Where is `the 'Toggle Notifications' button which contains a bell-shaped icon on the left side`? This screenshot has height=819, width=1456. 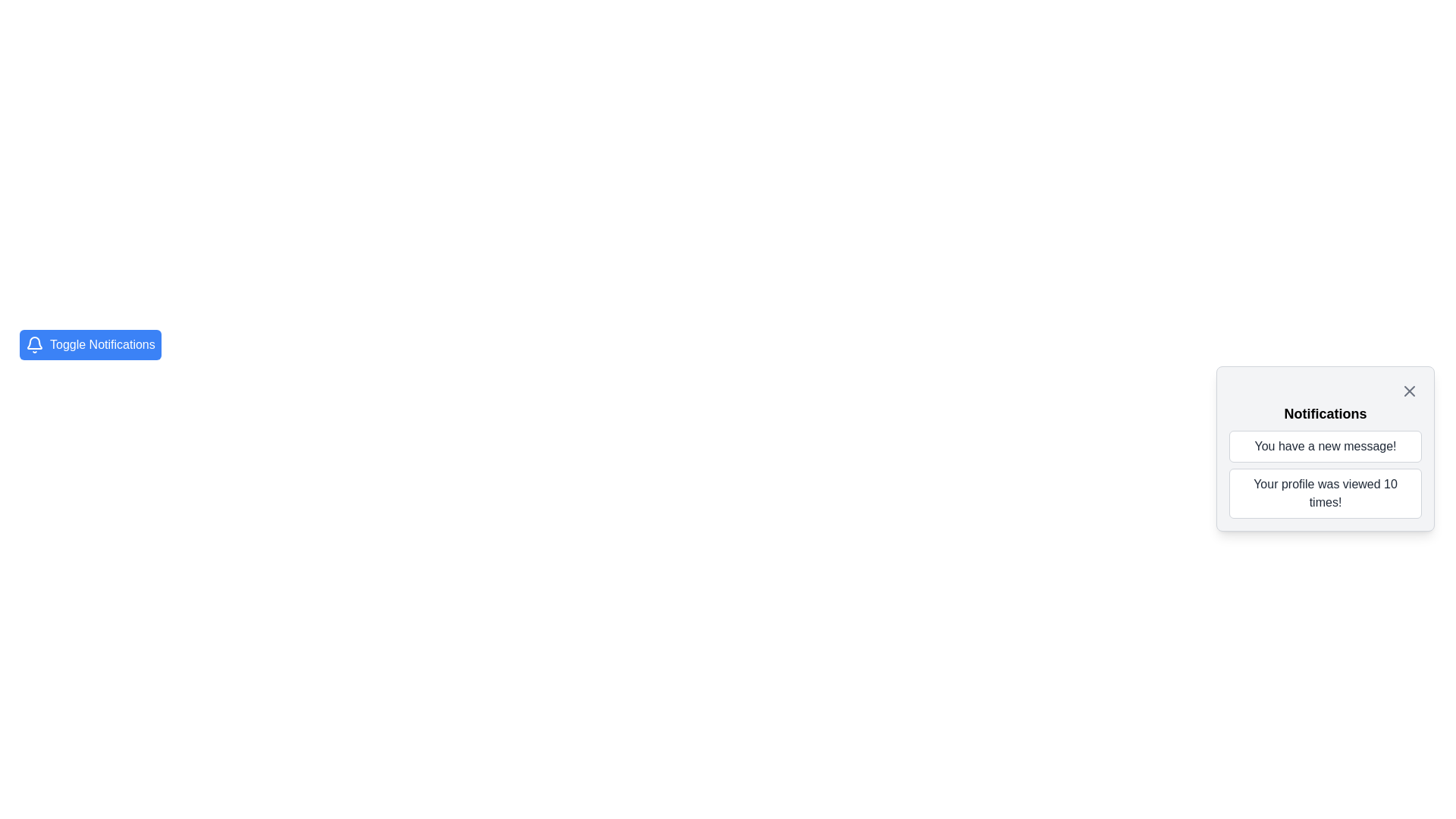
the 'Toggle Notifications' button which contains a bell-shaped icon on the left side is located at coordinates (35, 345).